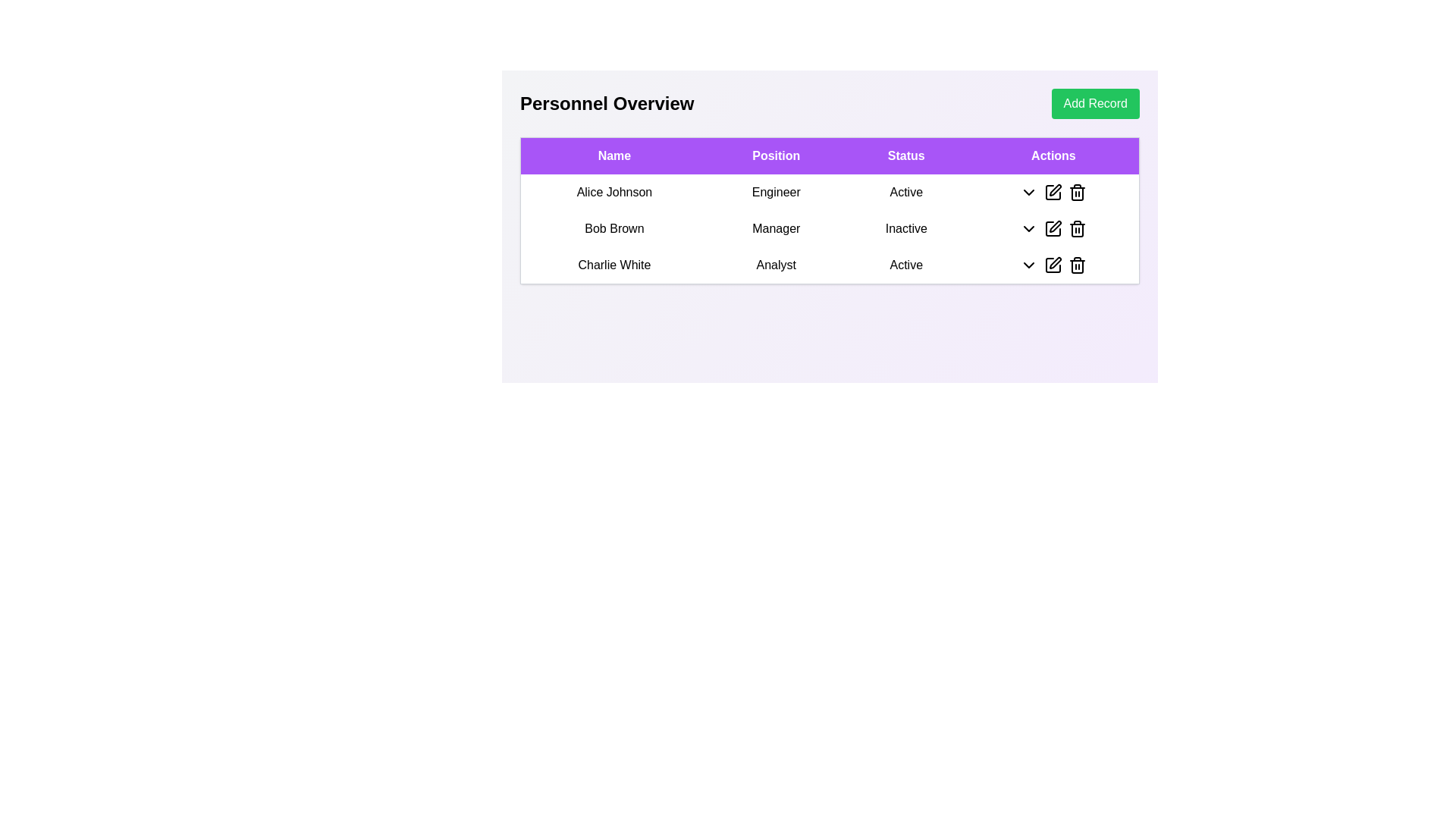 This screenshot has width=1456, height=819. I want to click on the 'edit' button in the 'Actions' column of the first row of the table, which is the second interactive icon following a downward arrow icon, so click(1053, 192).